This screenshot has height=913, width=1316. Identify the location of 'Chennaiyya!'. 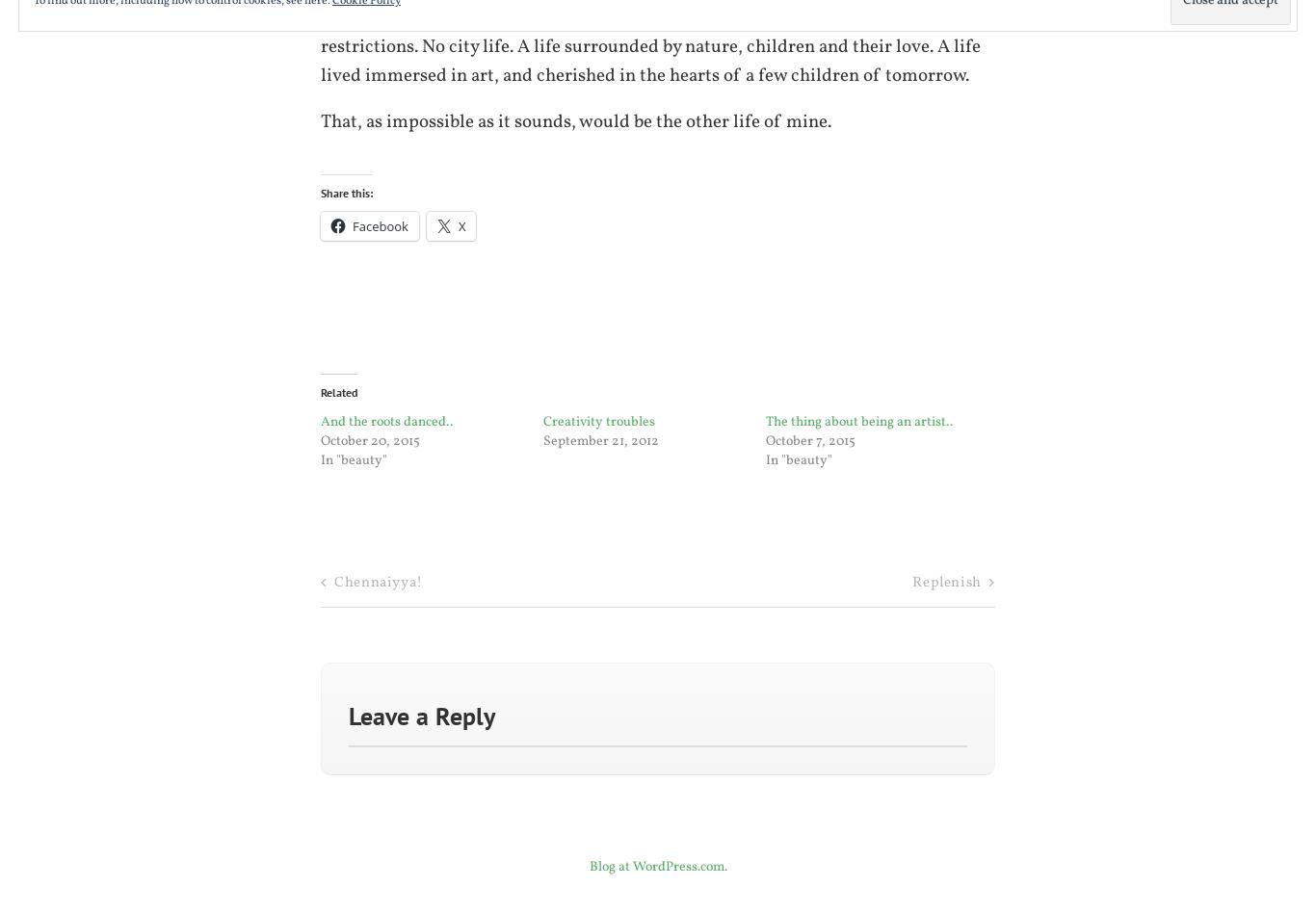
(377, 582).